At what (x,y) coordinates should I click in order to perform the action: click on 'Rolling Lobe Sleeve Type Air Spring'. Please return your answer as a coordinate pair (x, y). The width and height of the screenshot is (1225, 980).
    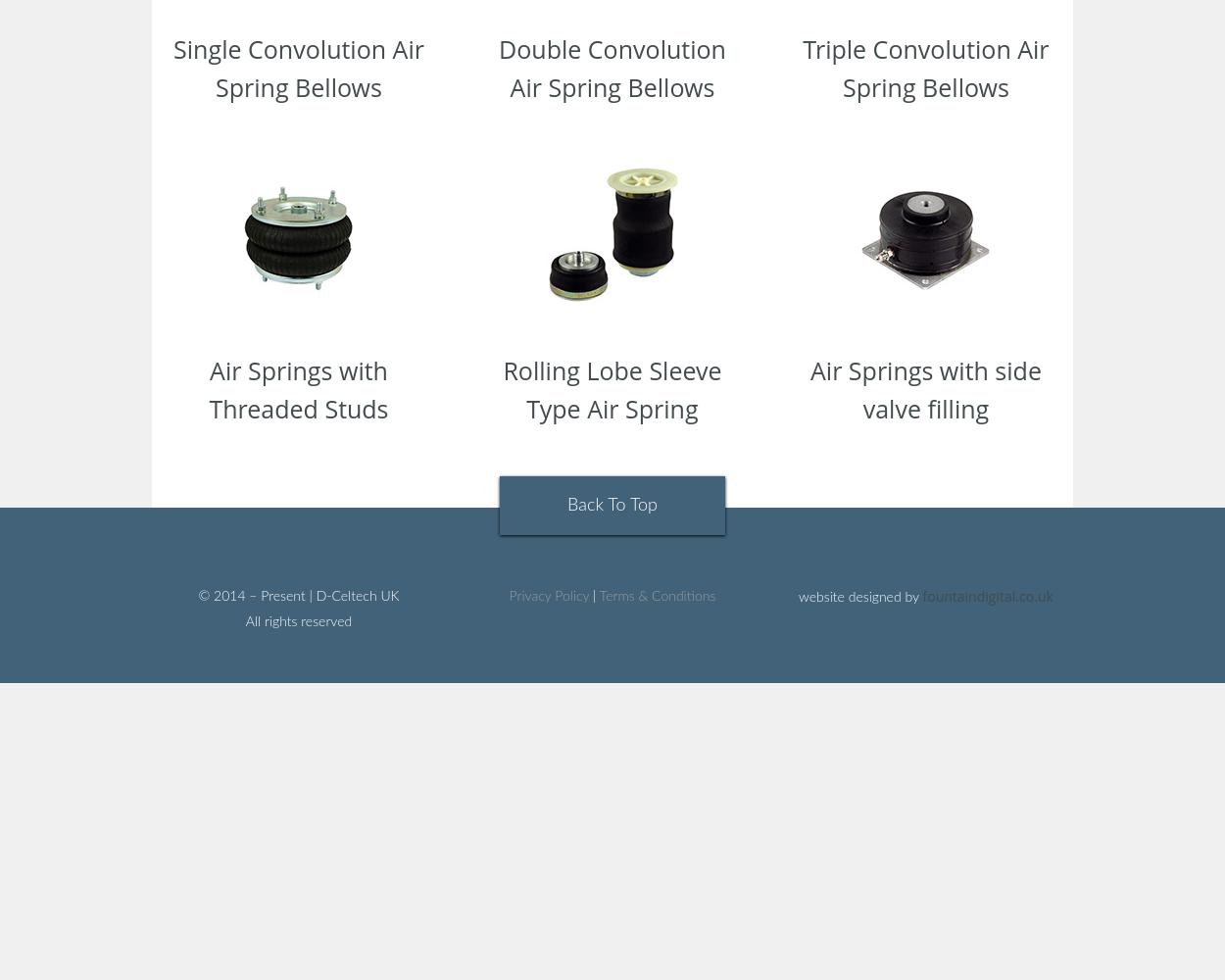
    Looking at the image, I should click on (611, 389).